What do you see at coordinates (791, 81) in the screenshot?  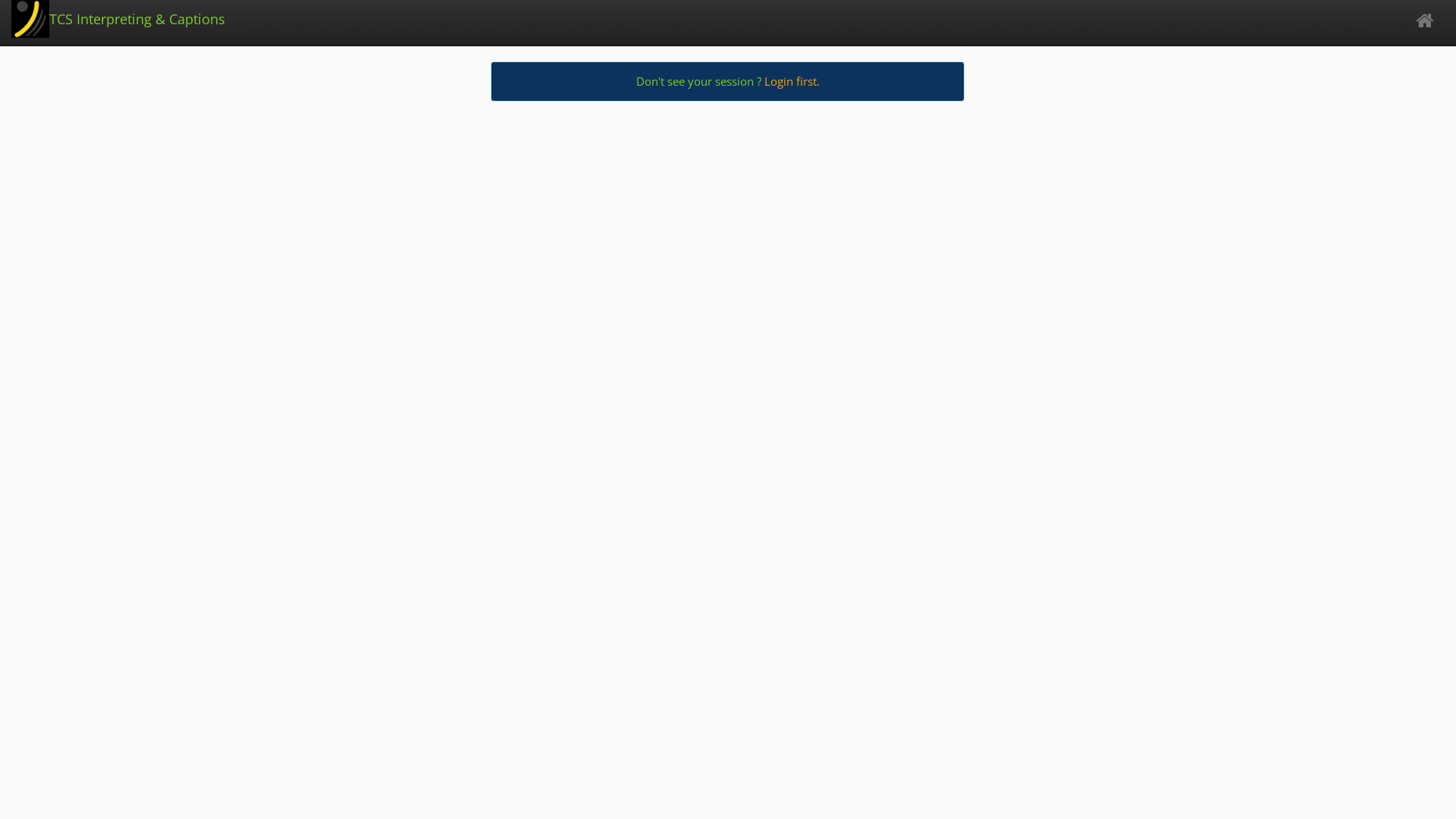 I see `'Login first.'` at bounding box center [791, 81].